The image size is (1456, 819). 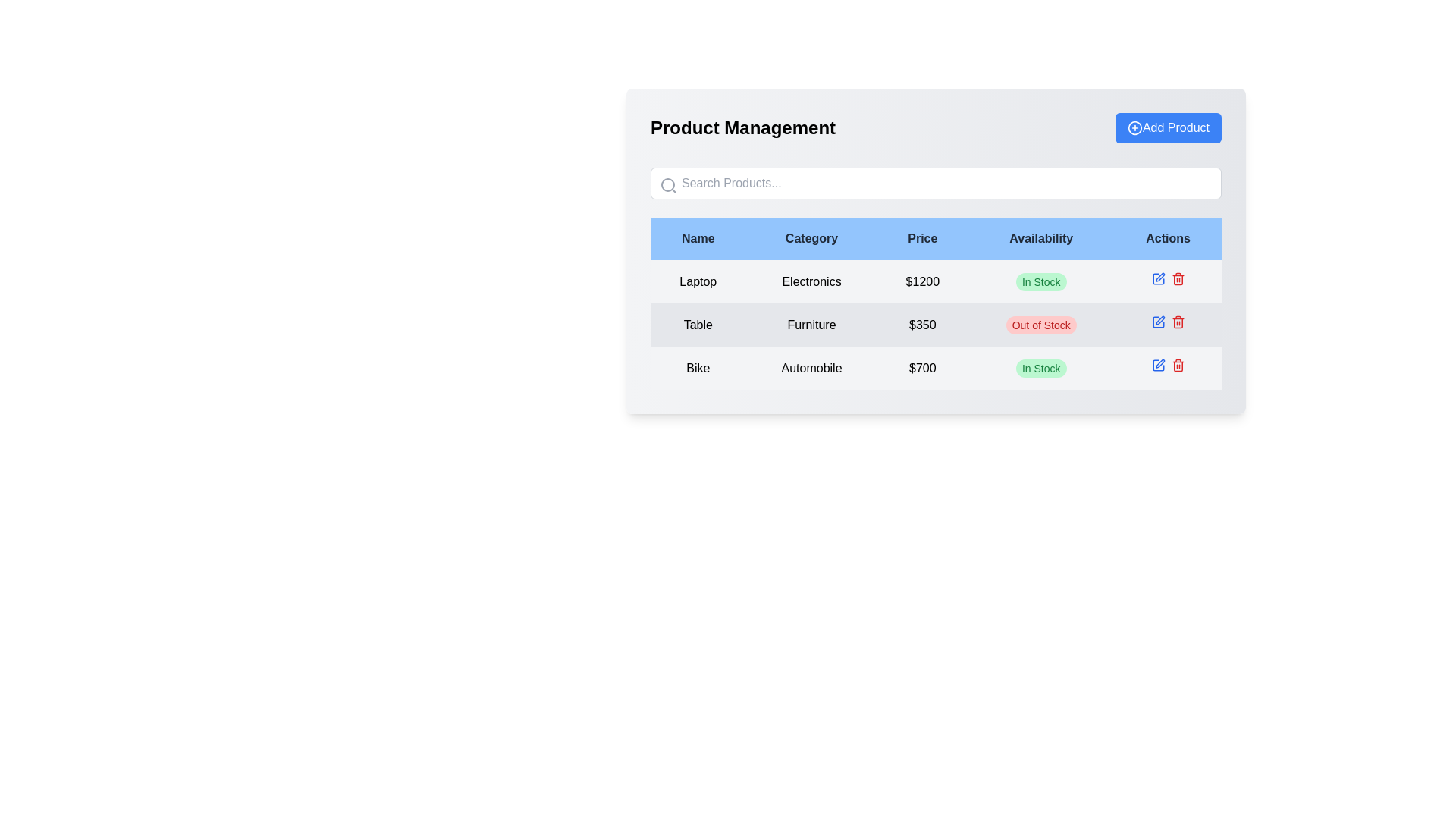 What do you see at coordinates (1159, 319) in the screenshot?
I see `the edit icon in the Actions column of the product table for the second product` at bounding box center [1159, 319].